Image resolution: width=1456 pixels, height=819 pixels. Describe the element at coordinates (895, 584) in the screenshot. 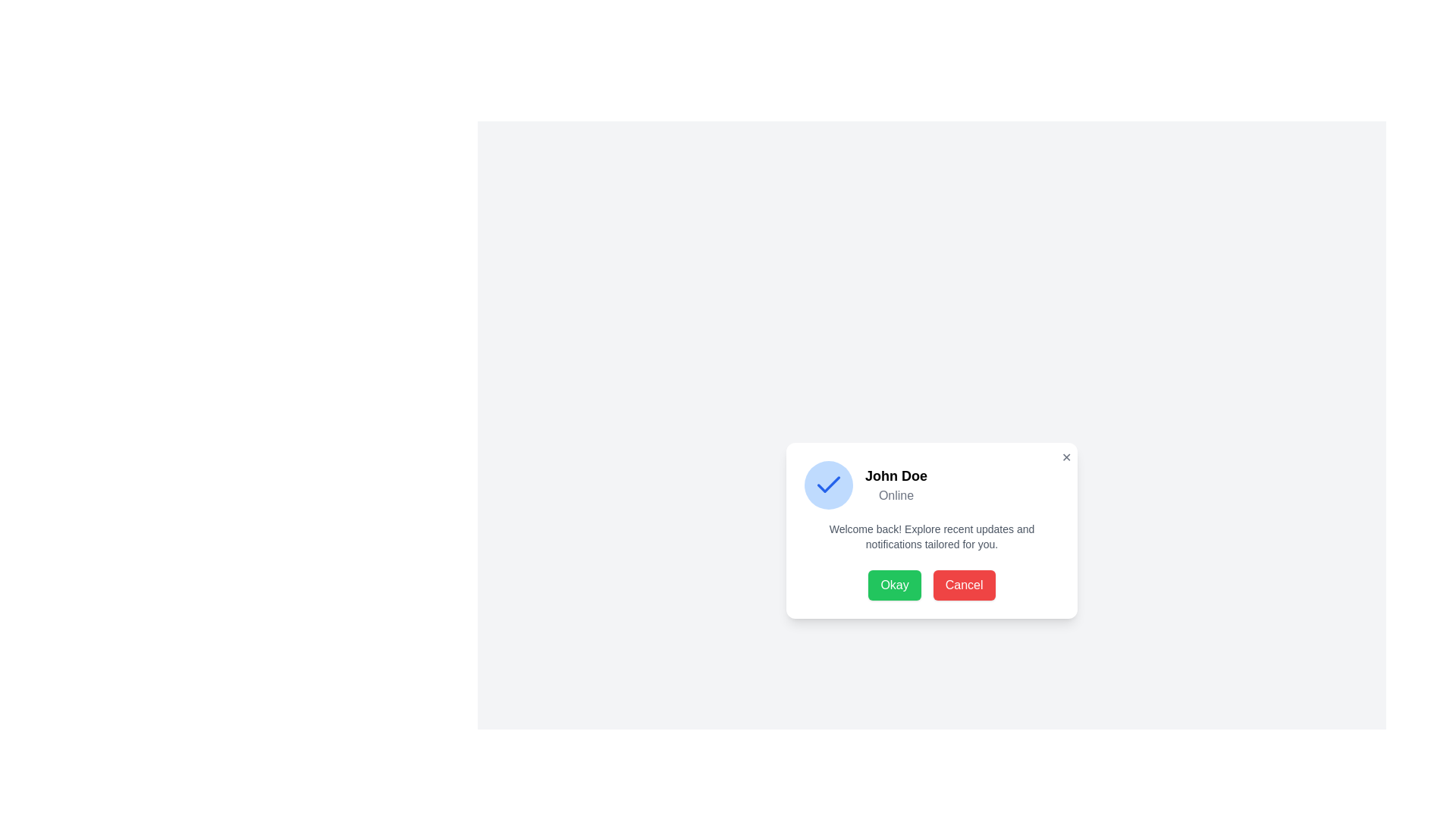

I see `the green 'Okay' button with rounded corners to observe its styling changes` at that location.